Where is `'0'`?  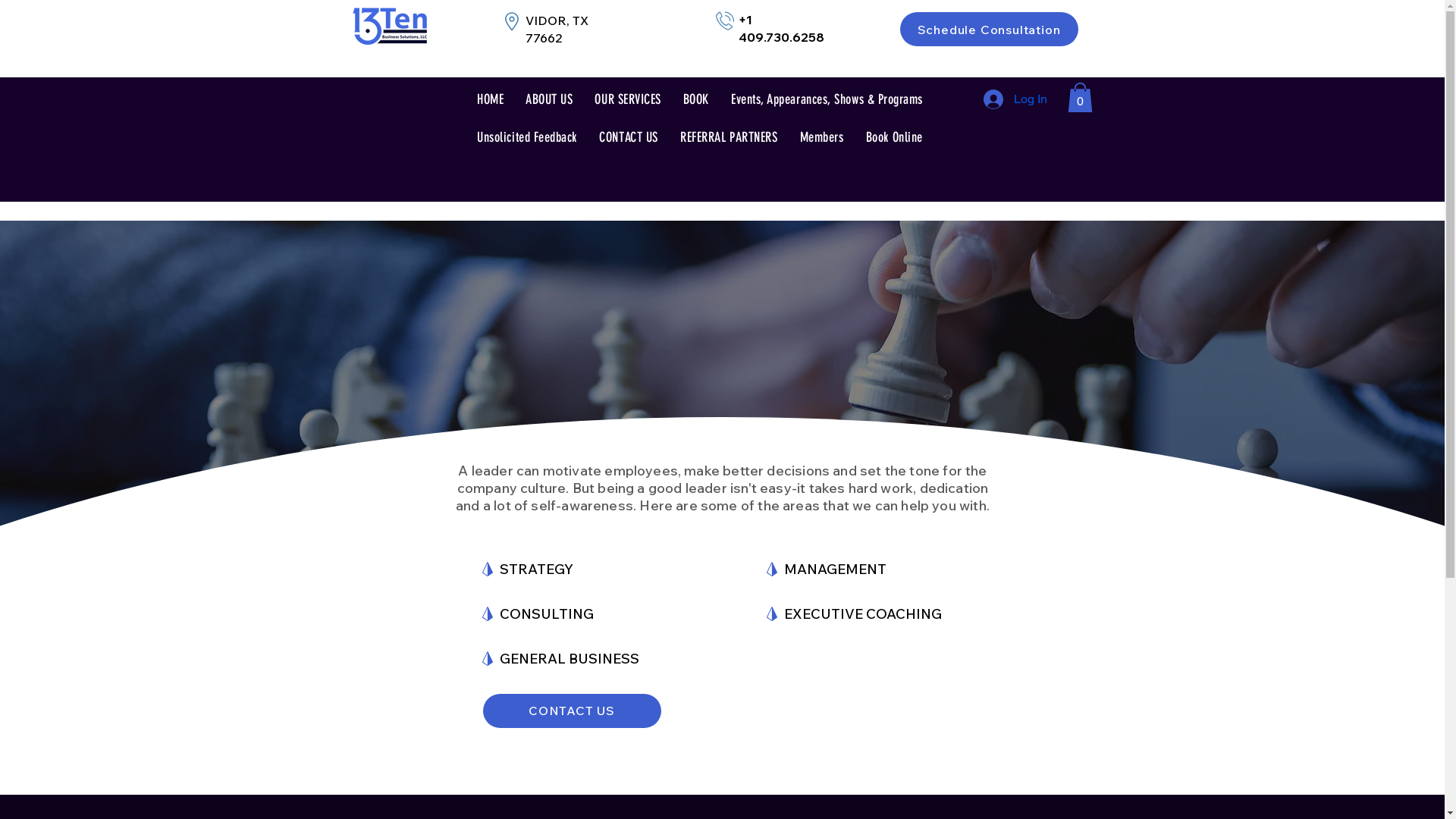 '0' is located at coordinates (1066, 97).